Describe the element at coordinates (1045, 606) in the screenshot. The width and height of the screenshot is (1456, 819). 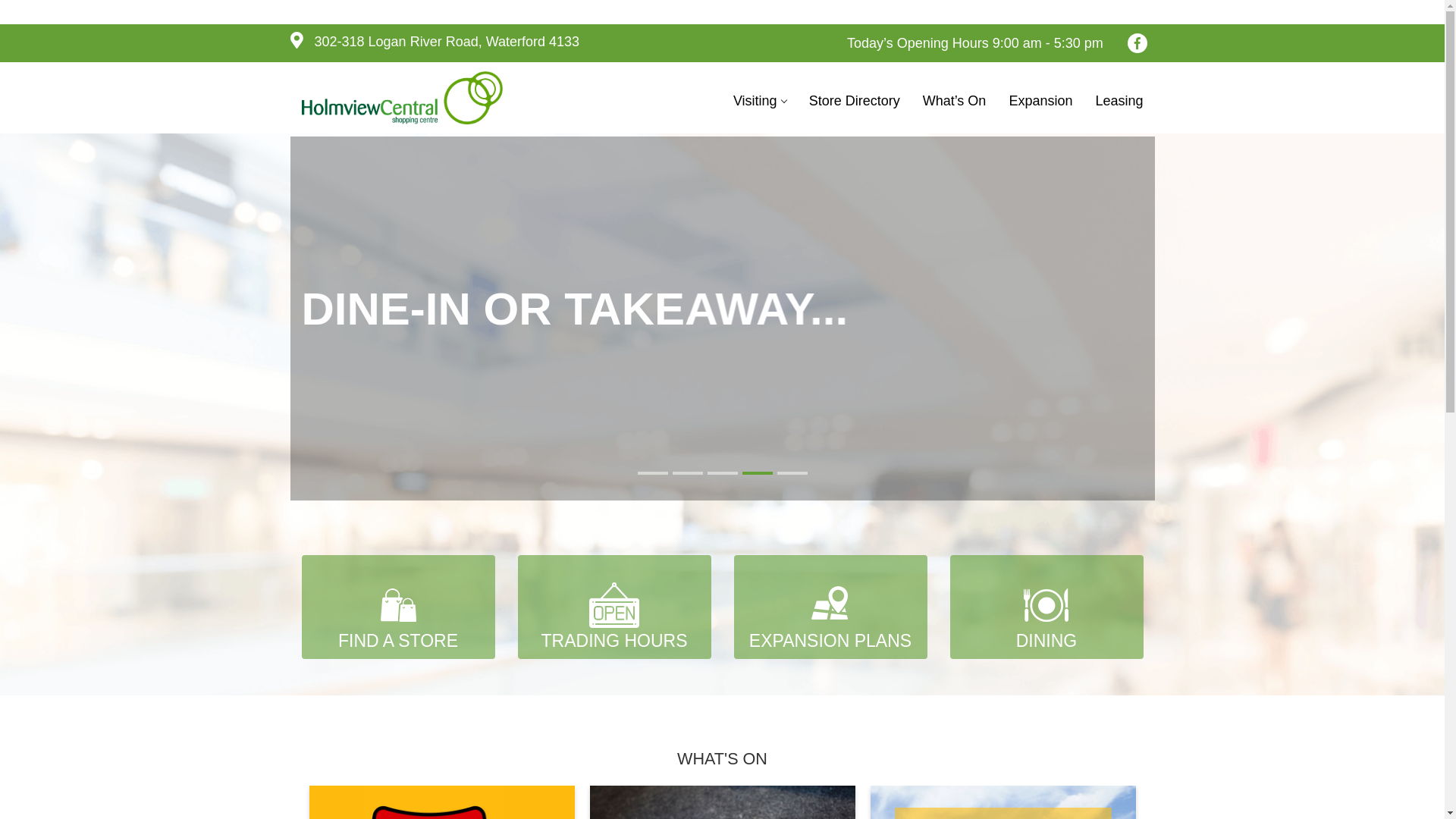
I see `'DINING'` at that location.